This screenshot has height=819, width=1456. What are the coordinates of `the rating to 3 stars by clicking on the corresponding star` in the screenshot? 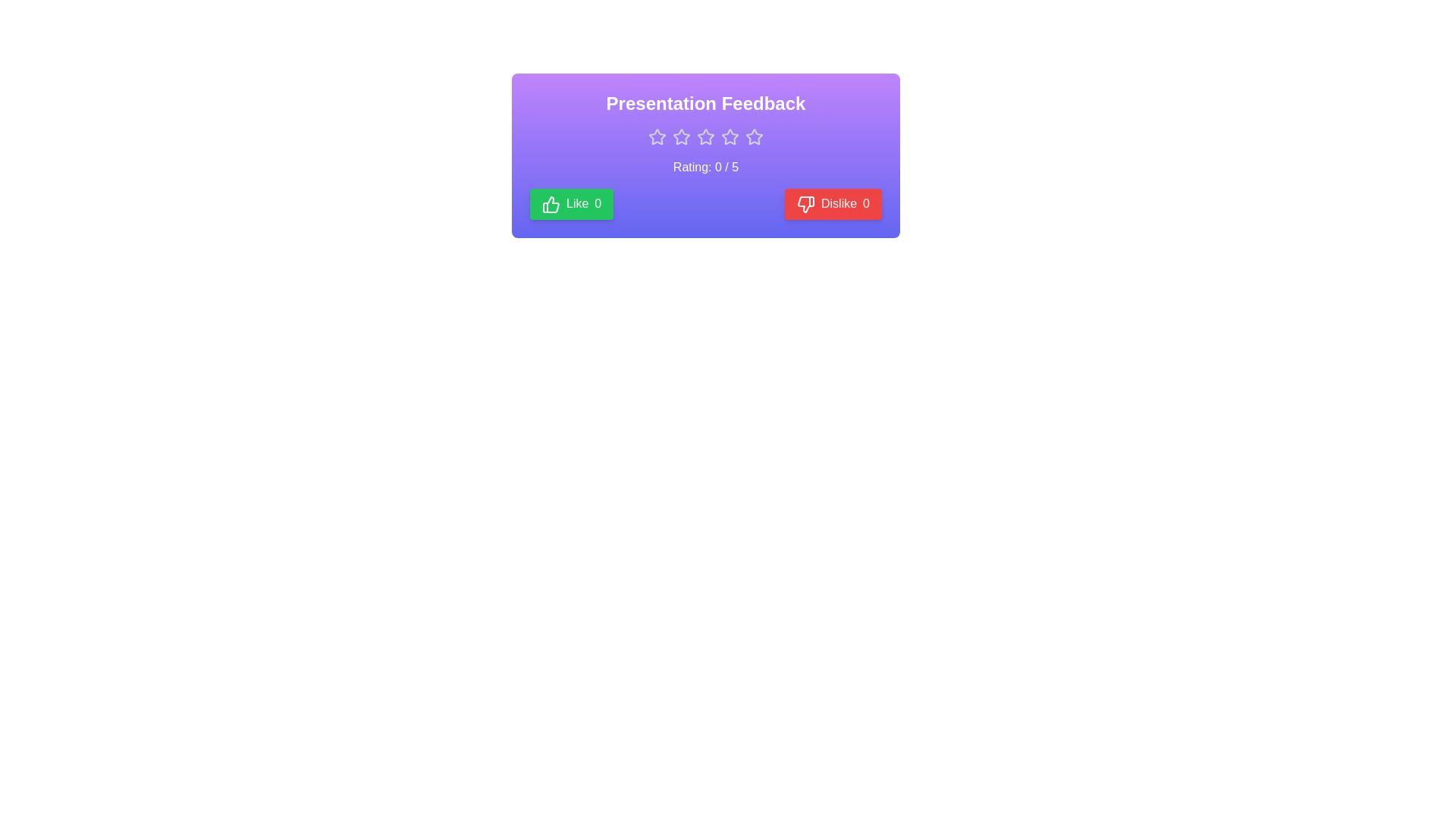 It's located at (705, 137).